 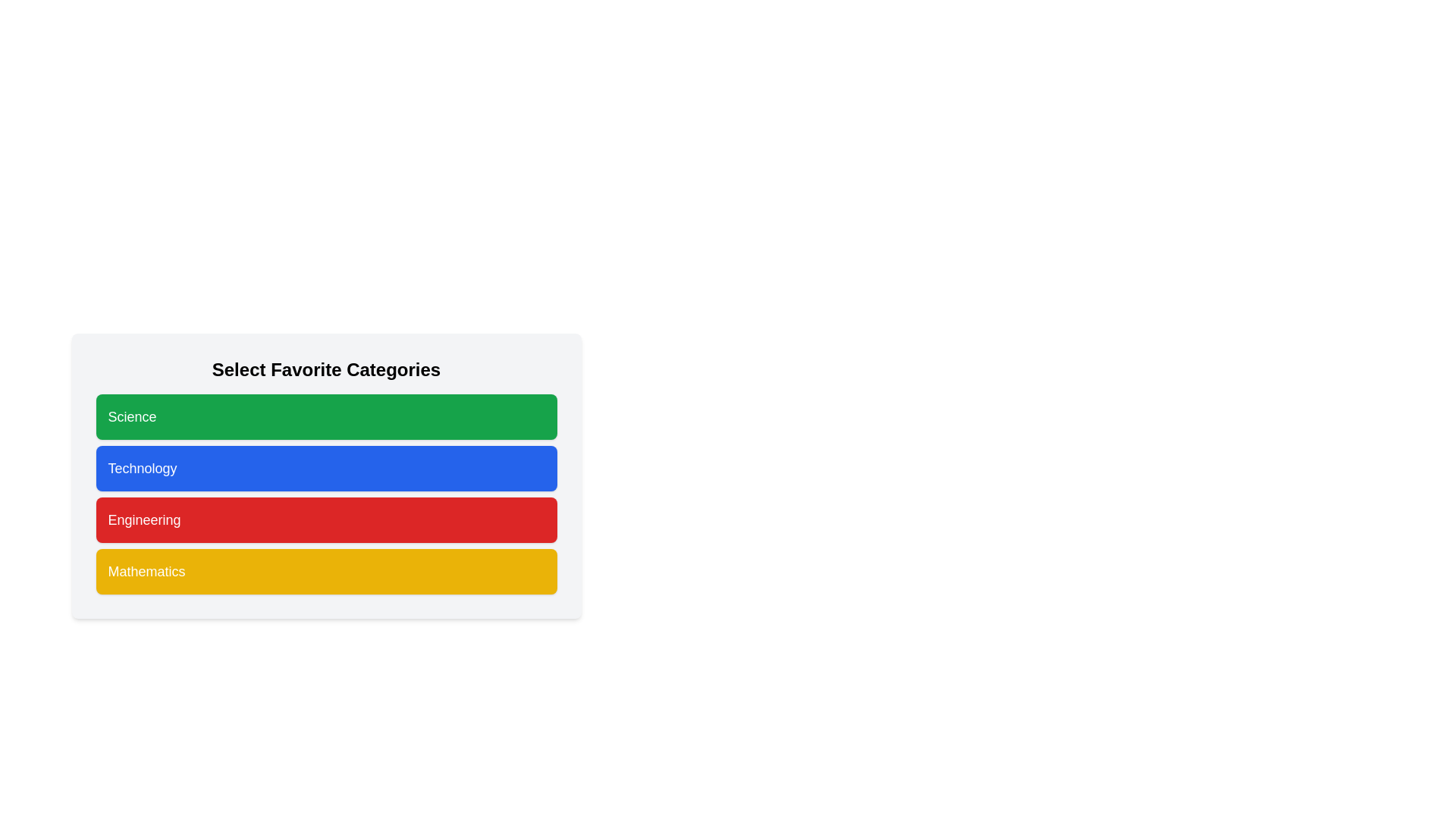 I want to click on text of the 'Mathematics' label, which is the descriptive text within the last button of a vertically stacked list of four buttons on a yellow background, so click(x=146, y=571).